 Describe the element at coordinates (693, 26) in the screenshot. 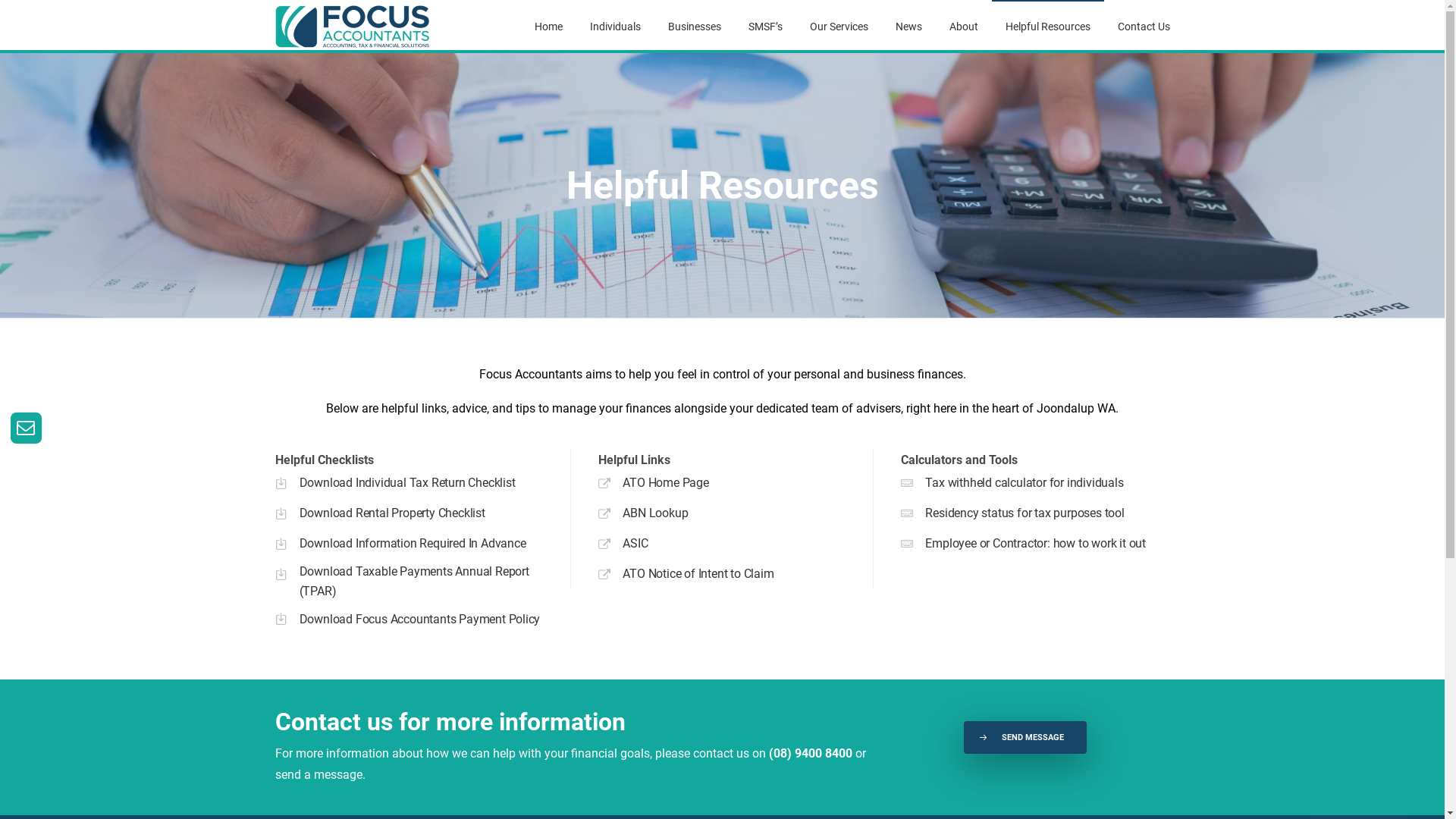

I see `'Businesses'` at that location.